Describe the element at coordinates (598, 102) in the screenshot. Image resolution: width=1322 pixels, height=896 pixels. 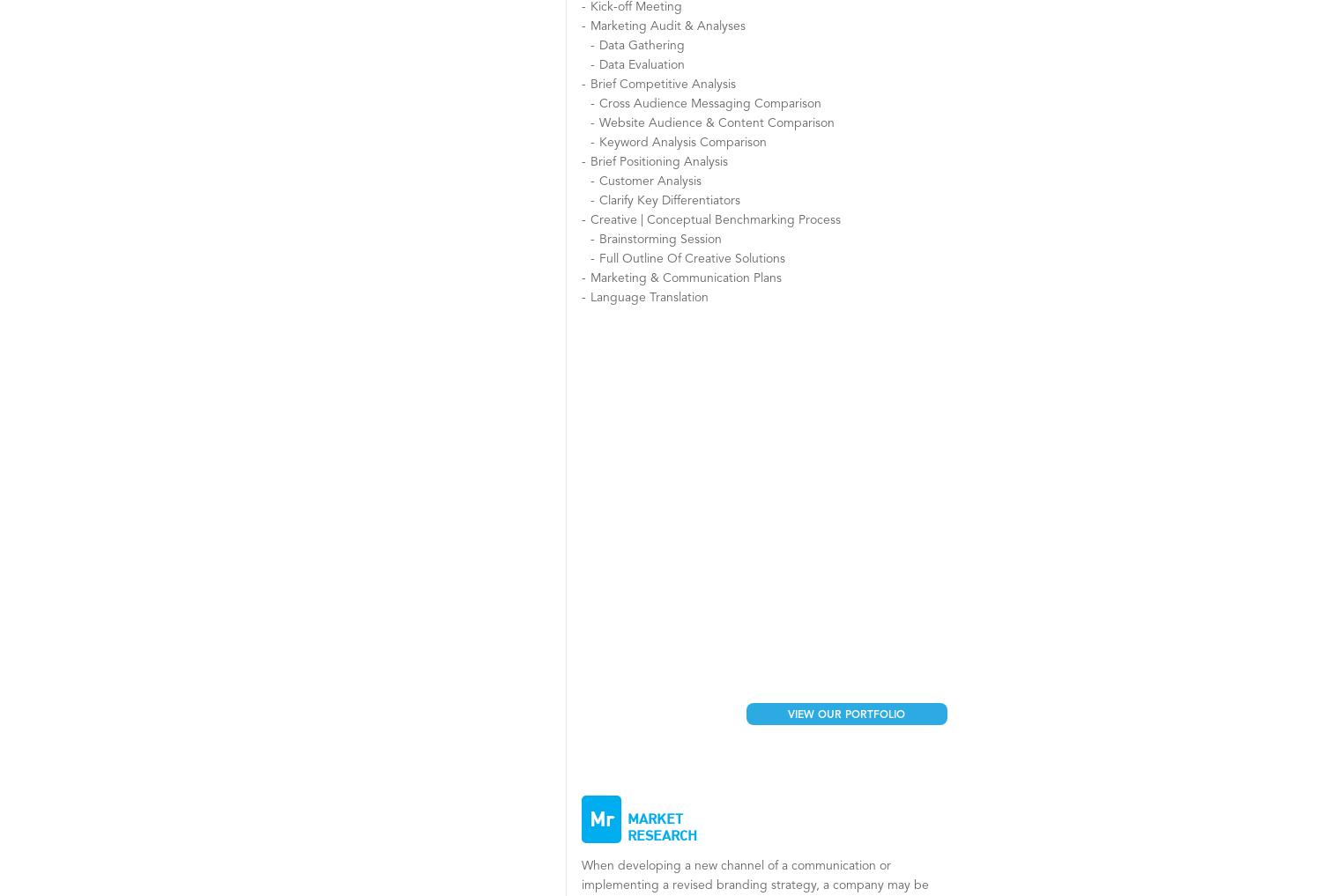
I see `'Cross Audience Messaging Comparison'` at that location.